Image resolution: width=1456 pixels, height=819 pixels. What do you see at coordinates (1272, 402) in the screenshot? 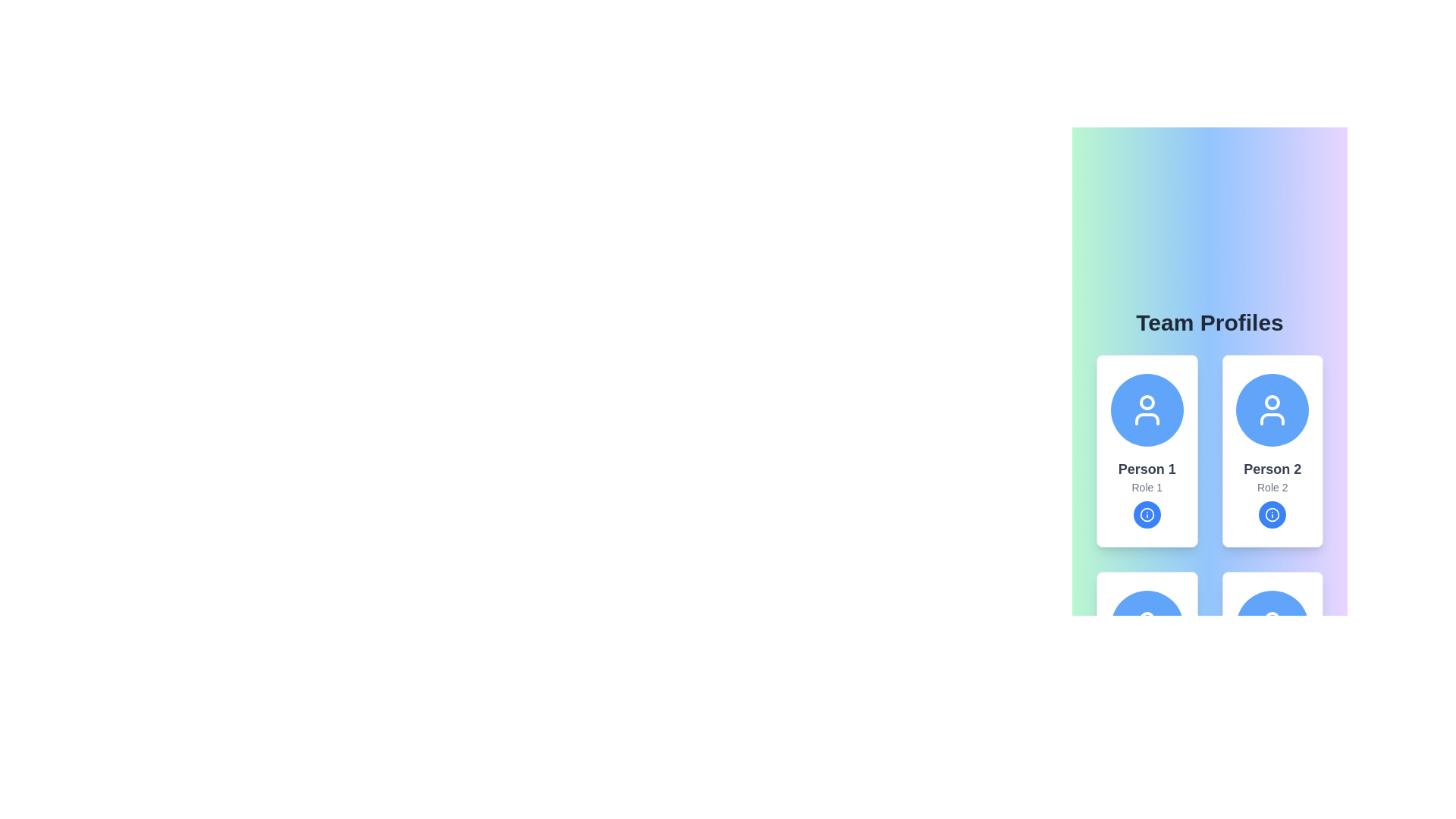
I see `the SVG circle representing the head of a user in the profile icon located in the upper-right of the user profile icon under the 'Team Profiles' section in the card labeled 'Person 2, Role 2'` at bounding box center [1272, 402].